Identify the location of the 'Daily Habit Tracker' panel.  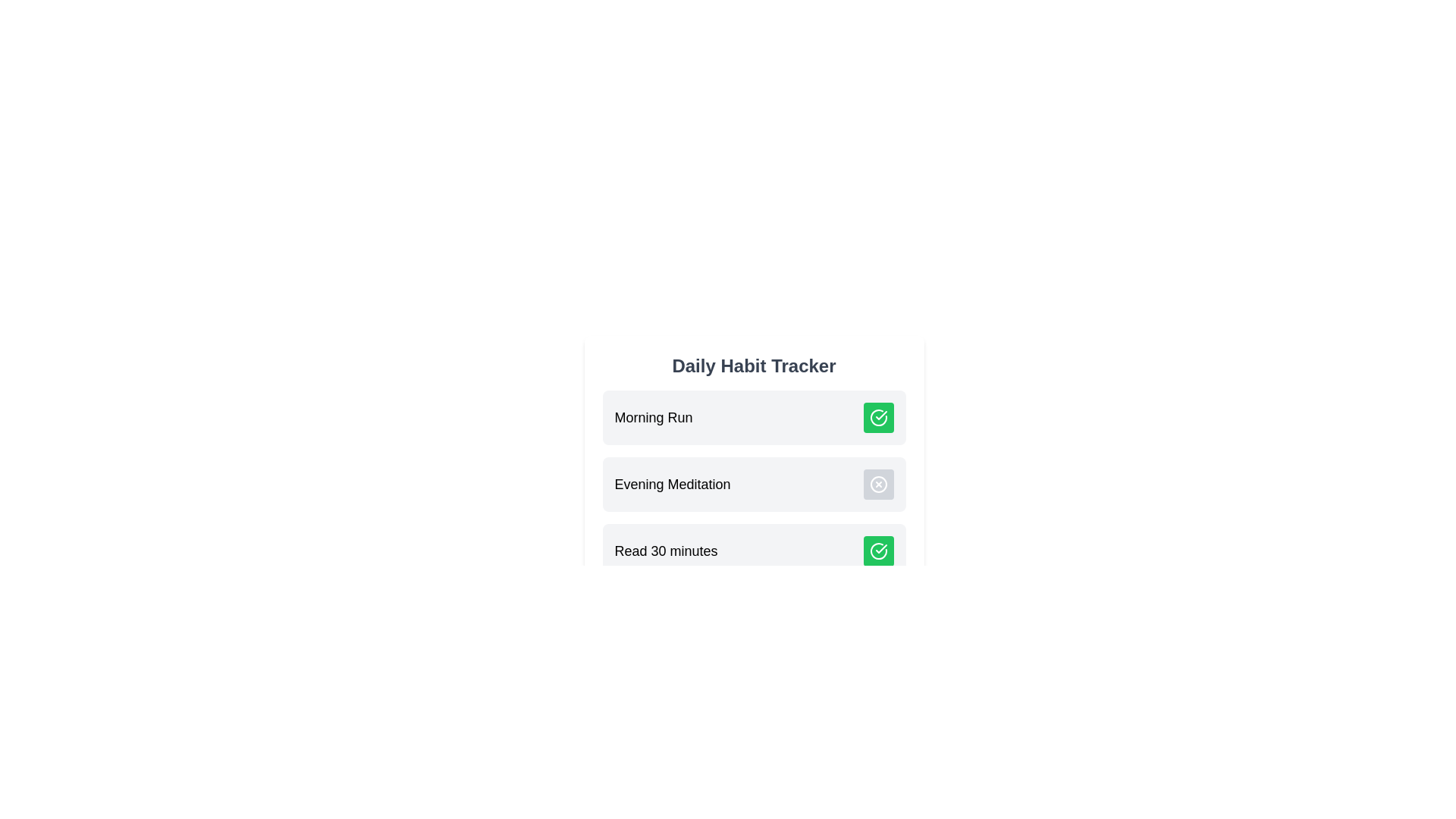
(754, 465).